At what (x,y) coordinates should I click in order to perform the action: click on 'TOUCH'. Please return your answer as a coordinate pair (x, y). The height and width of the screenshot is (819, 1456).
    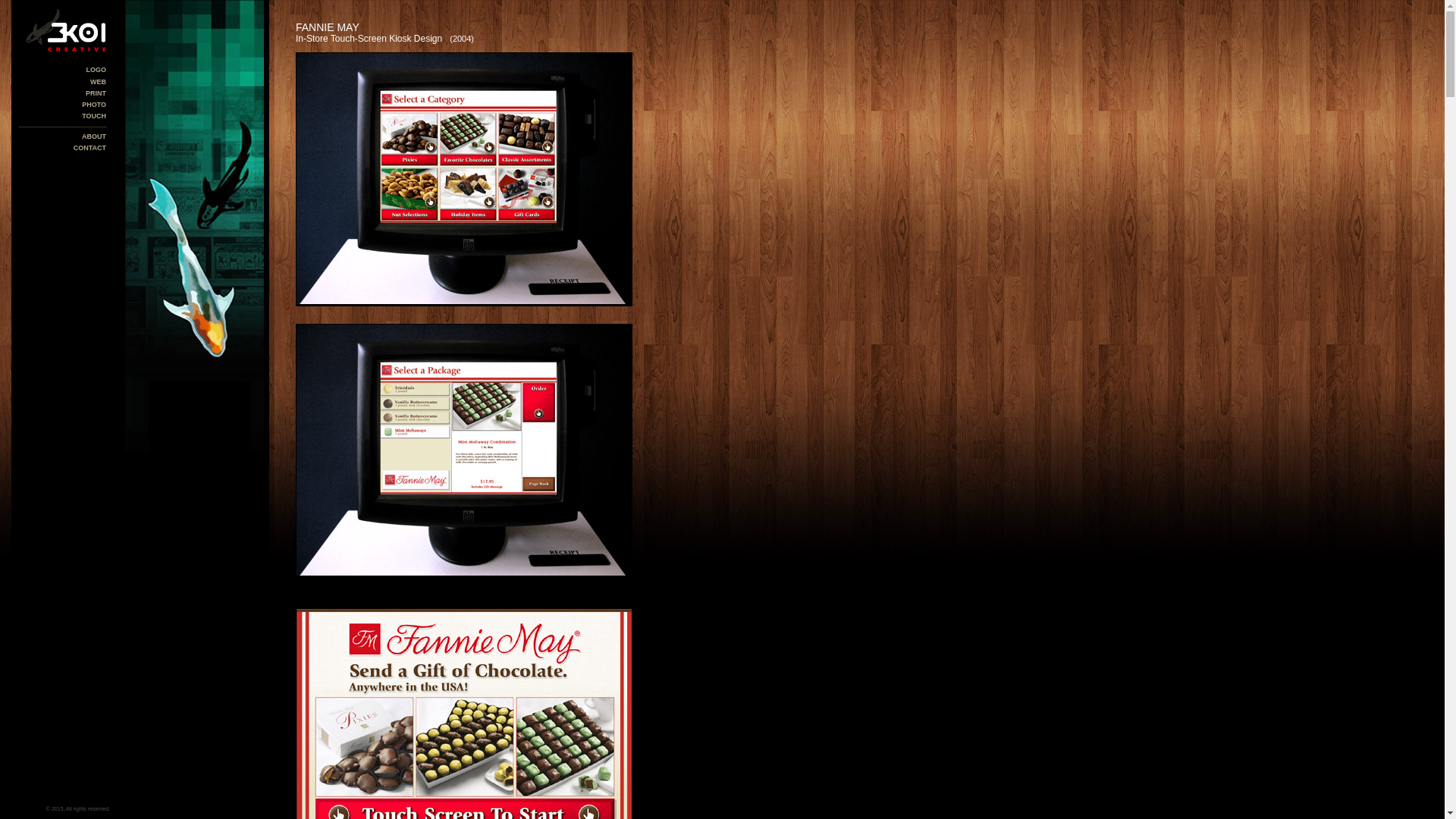
    Looking at the image, I should click on (81, 115).